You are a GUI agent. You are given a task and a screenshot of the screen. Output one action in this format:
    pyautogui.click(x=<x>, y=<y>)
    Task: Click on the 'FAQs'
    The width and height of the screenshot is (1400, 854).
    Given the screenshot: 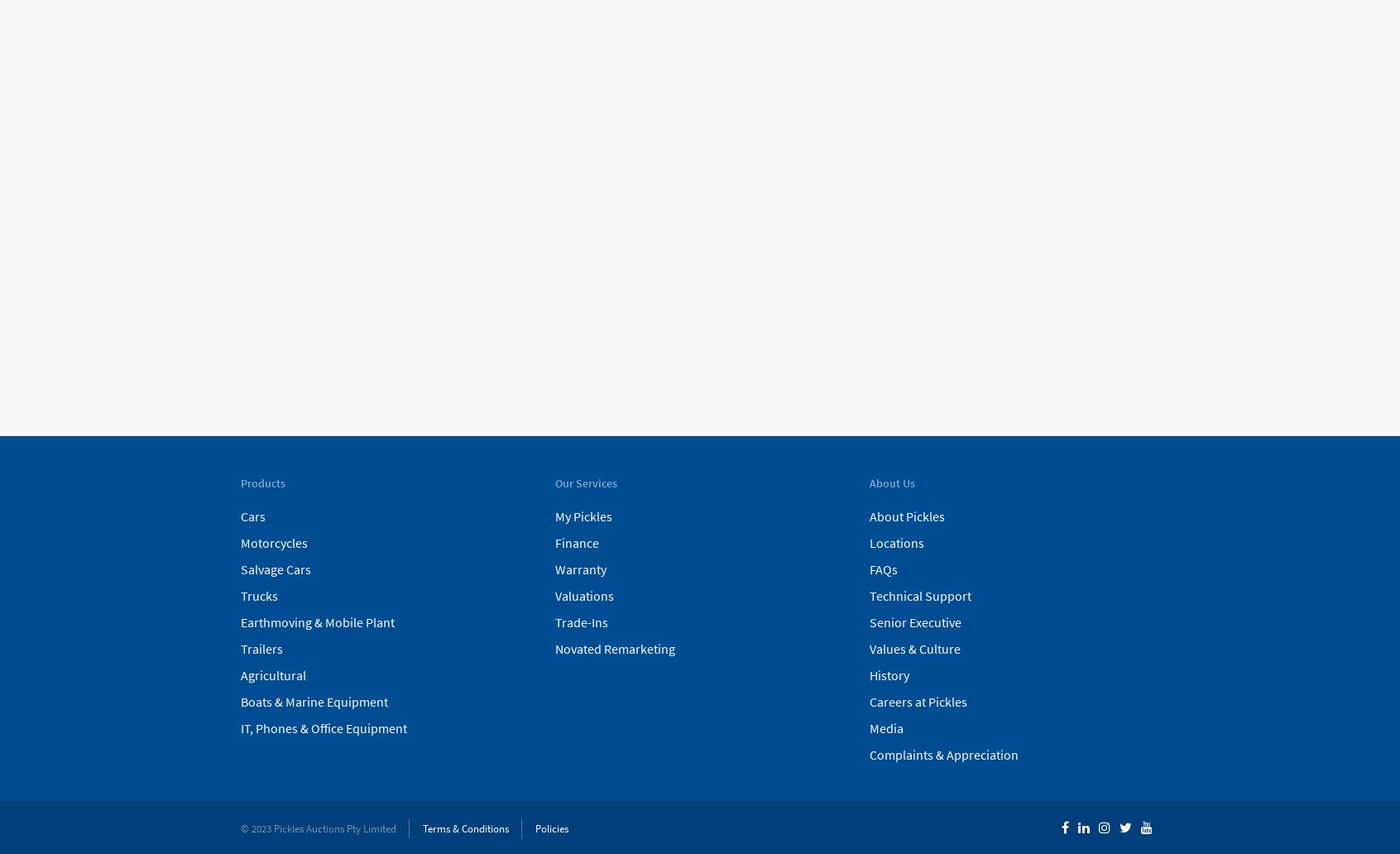 What is the action you would take?
    pyautogui.click(x=882, y=568)
    